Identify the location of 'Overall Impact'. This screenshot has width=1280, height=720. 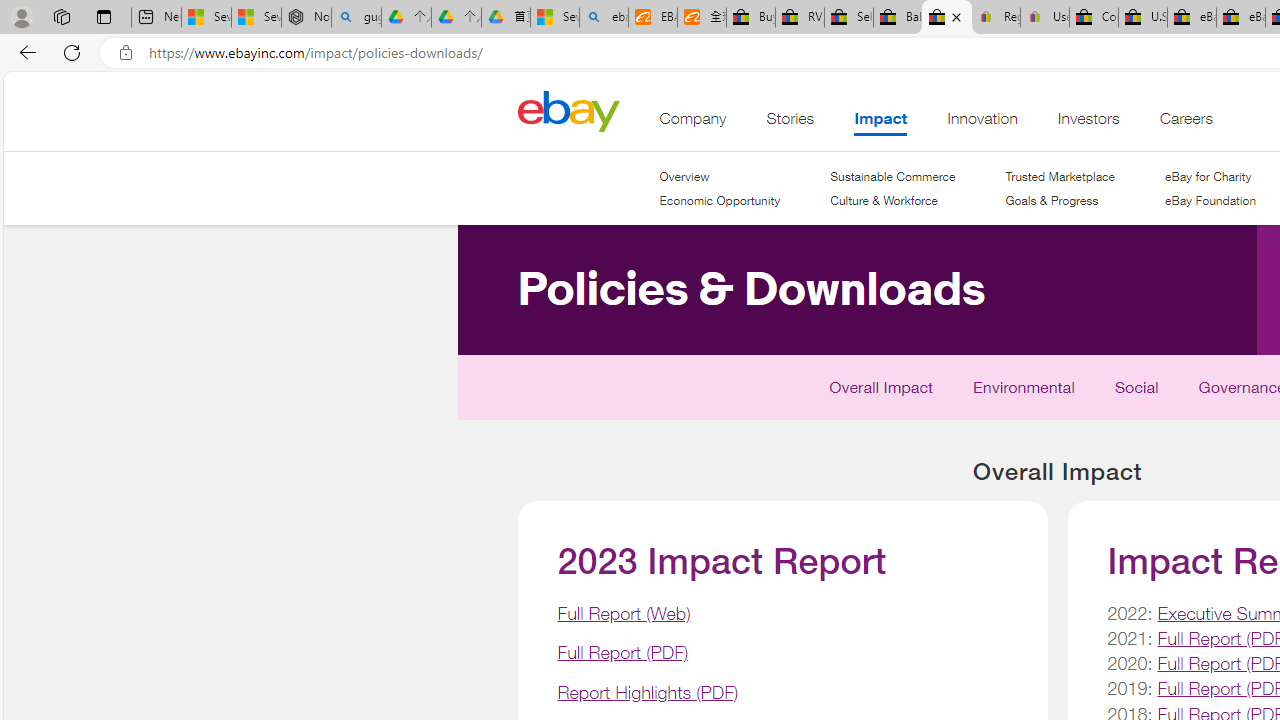
(880, 391).